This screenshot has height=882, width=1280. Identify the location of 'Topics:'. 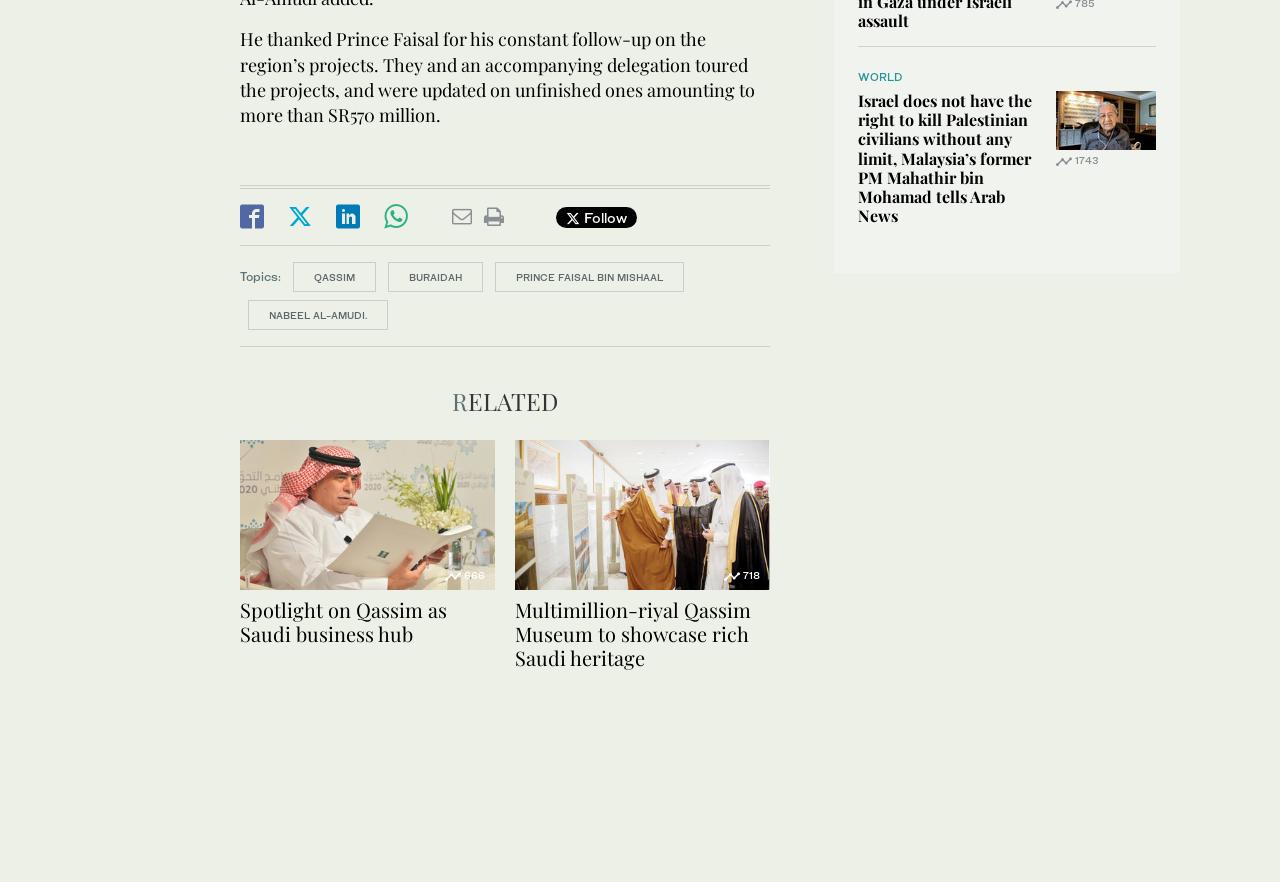
(259, 275).